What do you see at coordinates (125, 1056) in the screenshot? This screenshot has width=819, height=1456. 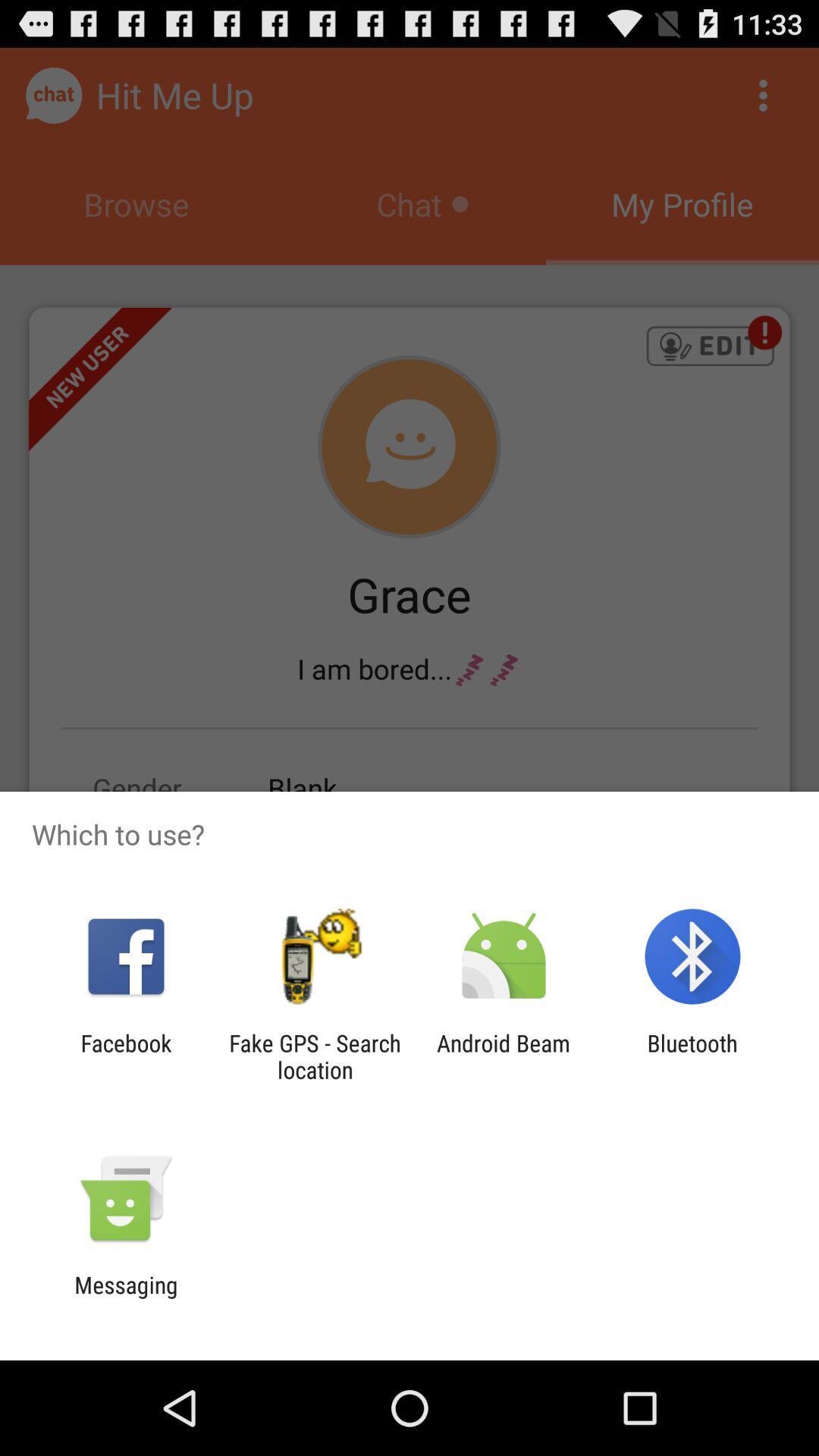 I see `item to the left of fake gps search app` at bounding box center [125, 1056].